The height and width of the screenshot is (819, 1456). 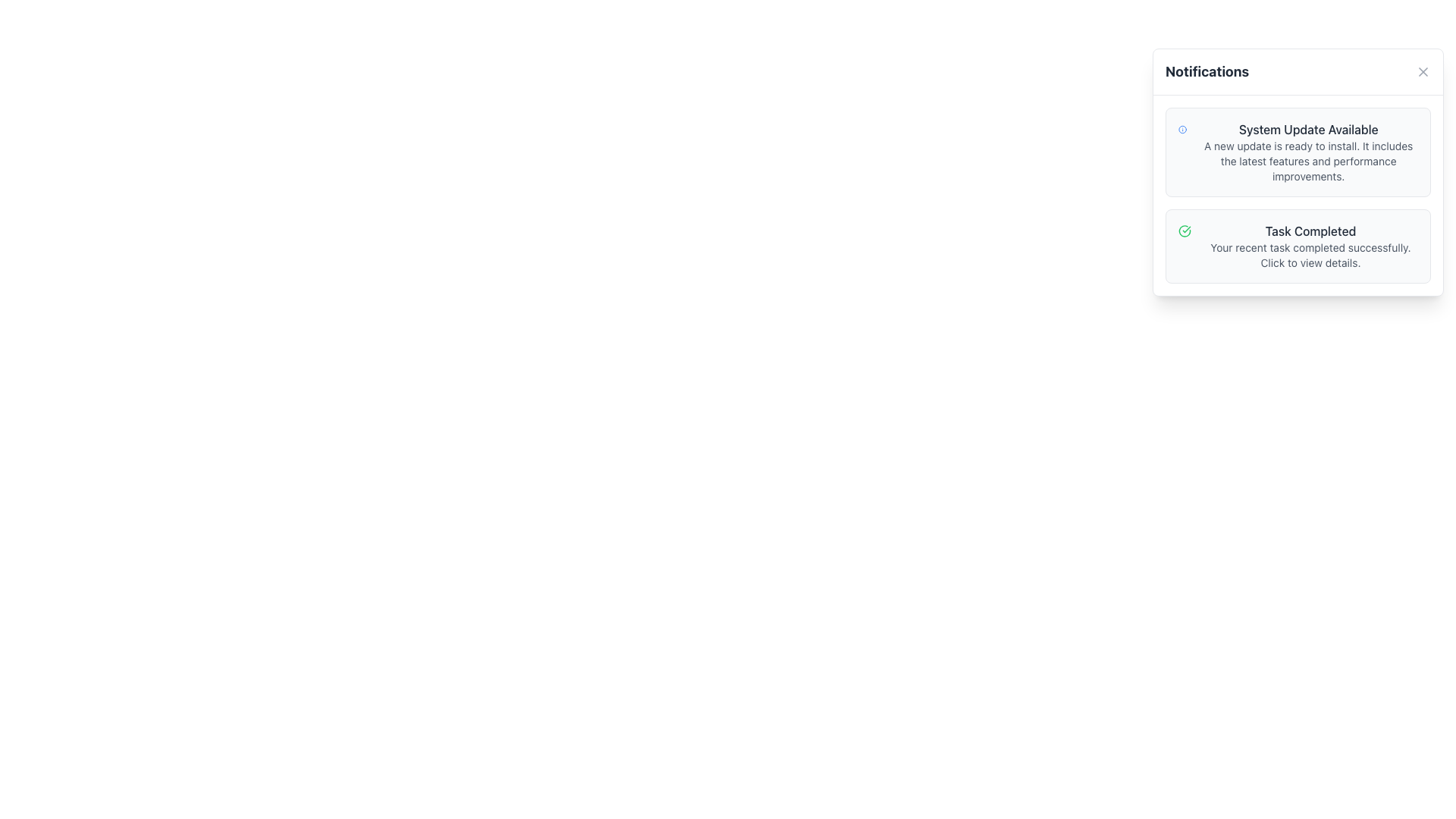 I want to click on the close button located in the upper-right corner of the 'Notifications' panel to observe styling changes, so click(x=1422, y=72).